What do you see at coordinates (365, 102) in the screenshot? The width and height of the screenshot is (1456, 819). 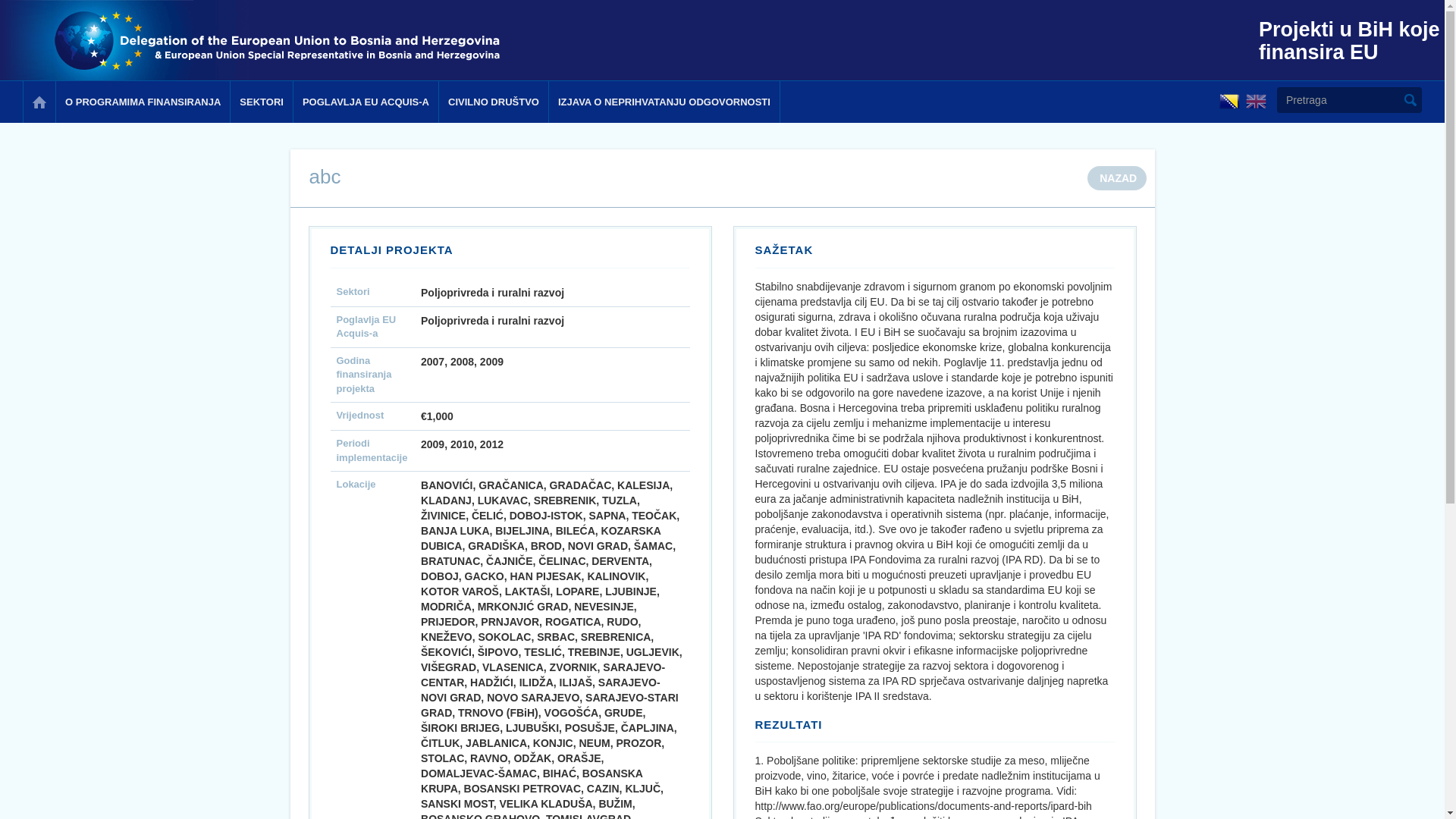 I see `'POGLAVLJA EU ACQUIS-A'` at bounding box center [365, 102].